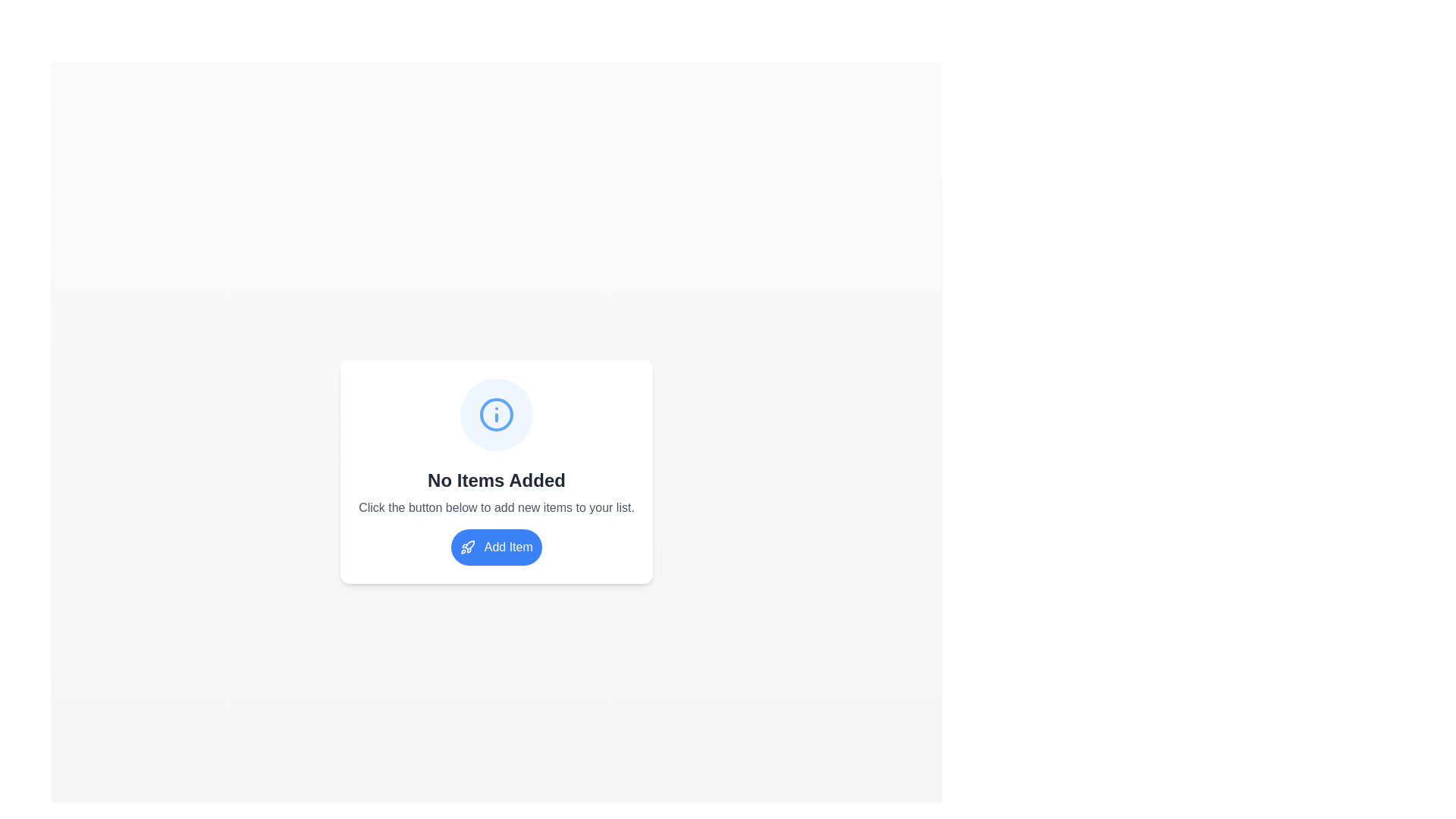  Describe the element at coordinates (496, 470) in the screenshot. I see `informational text on the Informational Card that states 'No Items Added' in bold, large font` at that location.